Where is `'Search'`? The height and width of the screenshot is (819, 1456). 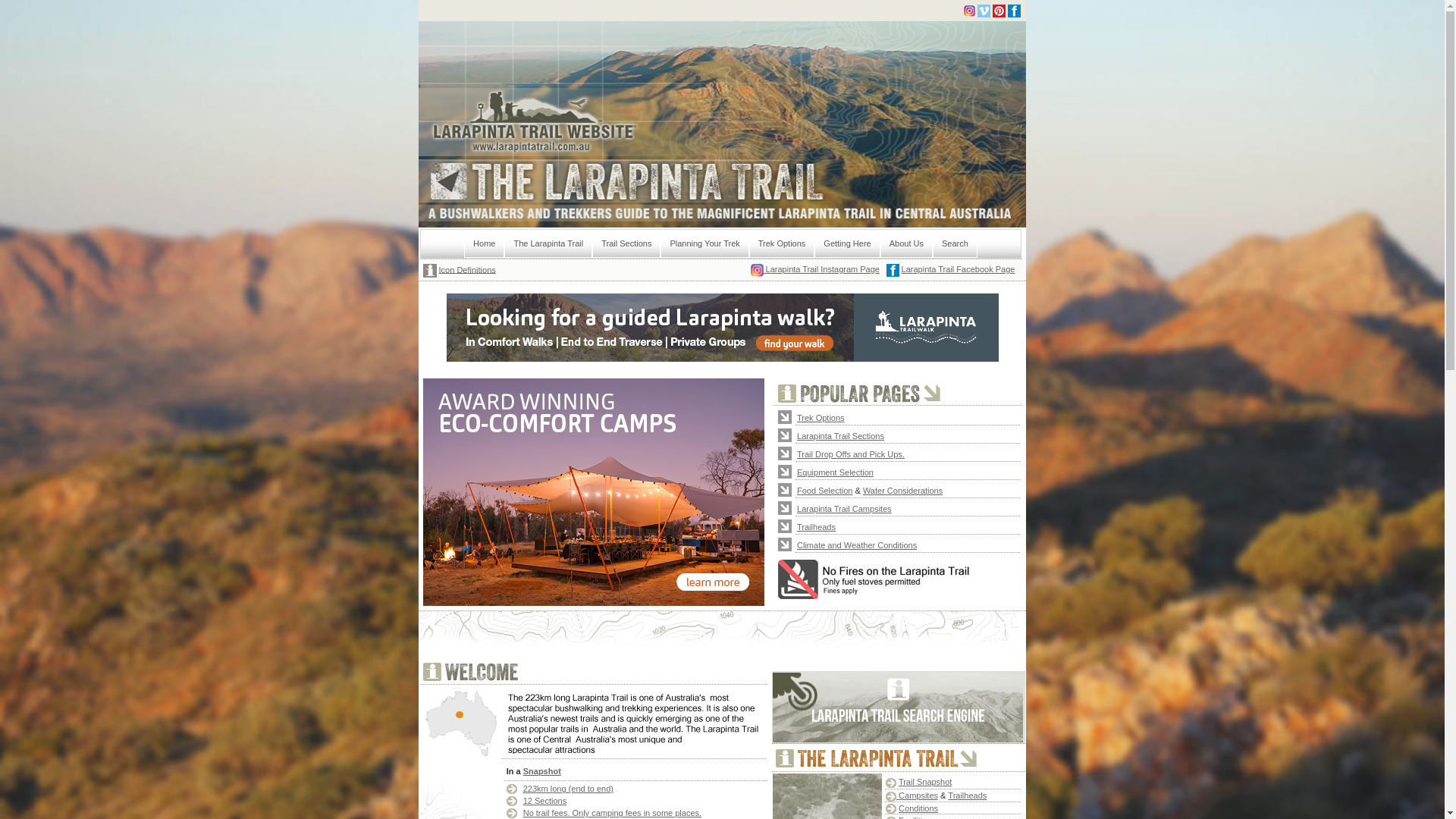 'Search' is located at coordinates (954, 243).